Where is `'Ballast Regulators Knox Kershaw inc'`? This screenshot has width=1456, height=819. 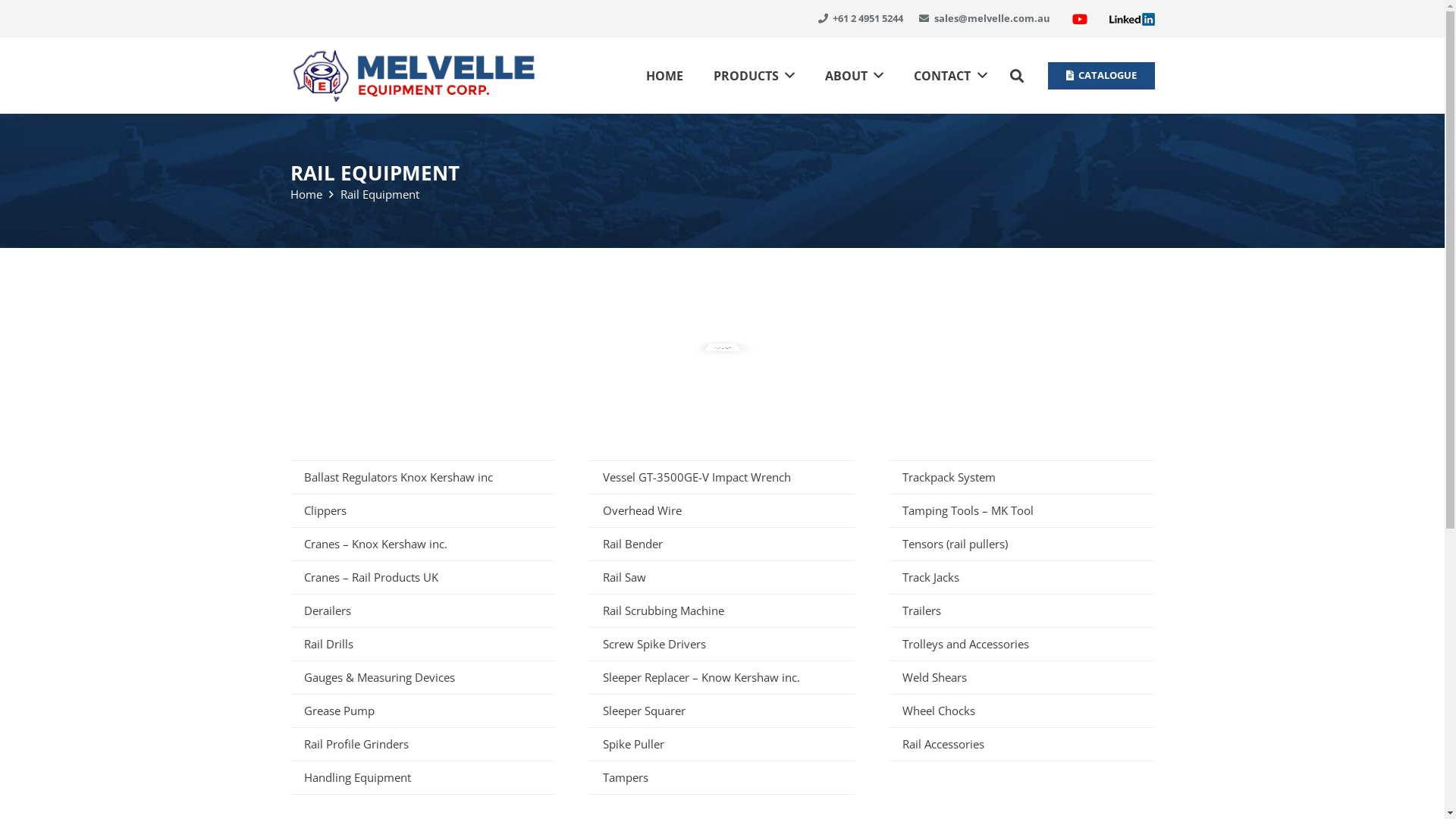
'Ballast Regulators Knox Kershaw inc' is located at coordinates (422, 475).